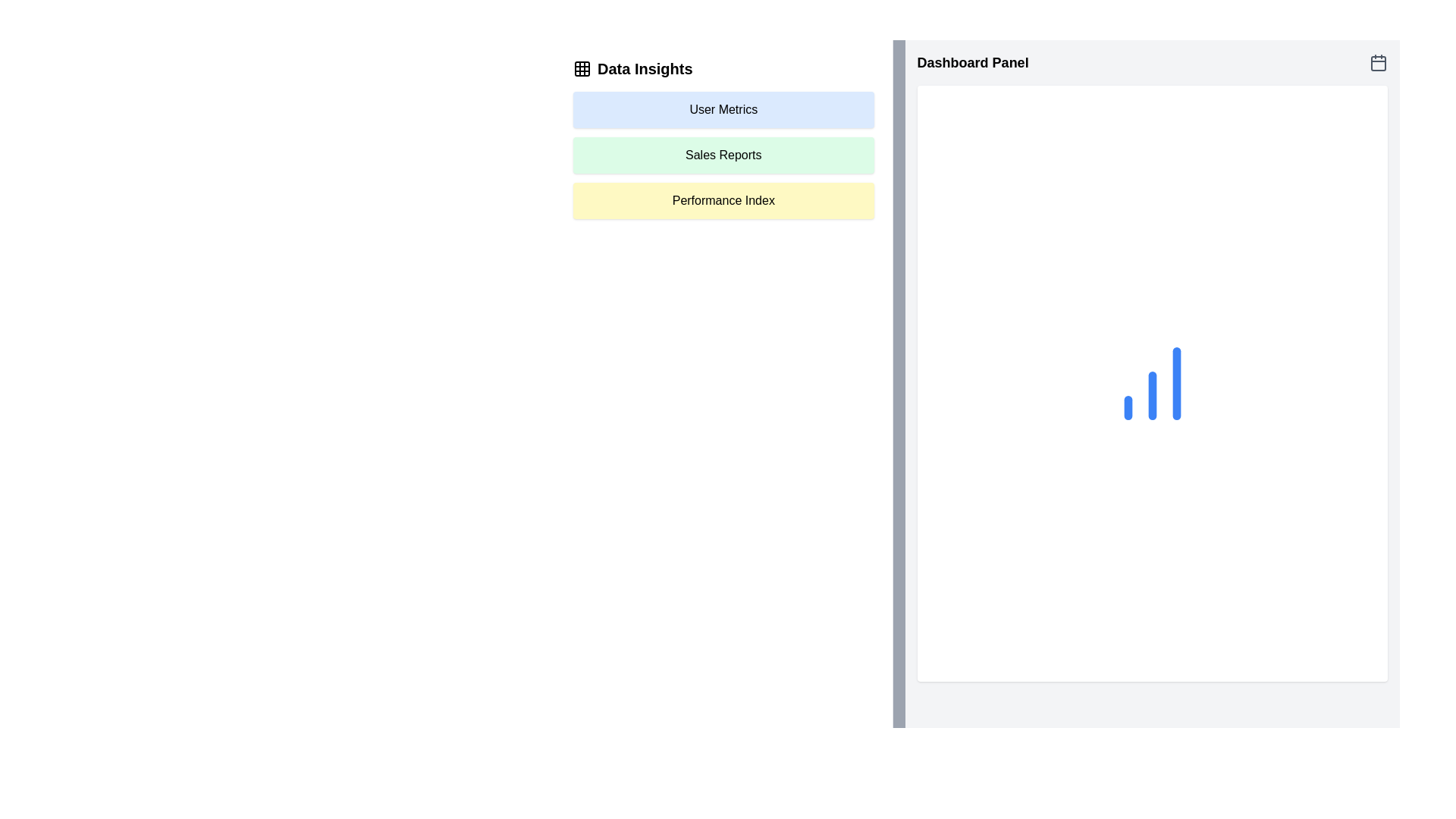 The image size is (1456, 819). What do you see at coordinates (582, 69) in the screenshot?
I see `the top-left corner icon of the grid representing 'Data Insights'` at bounding box center [582, 69].